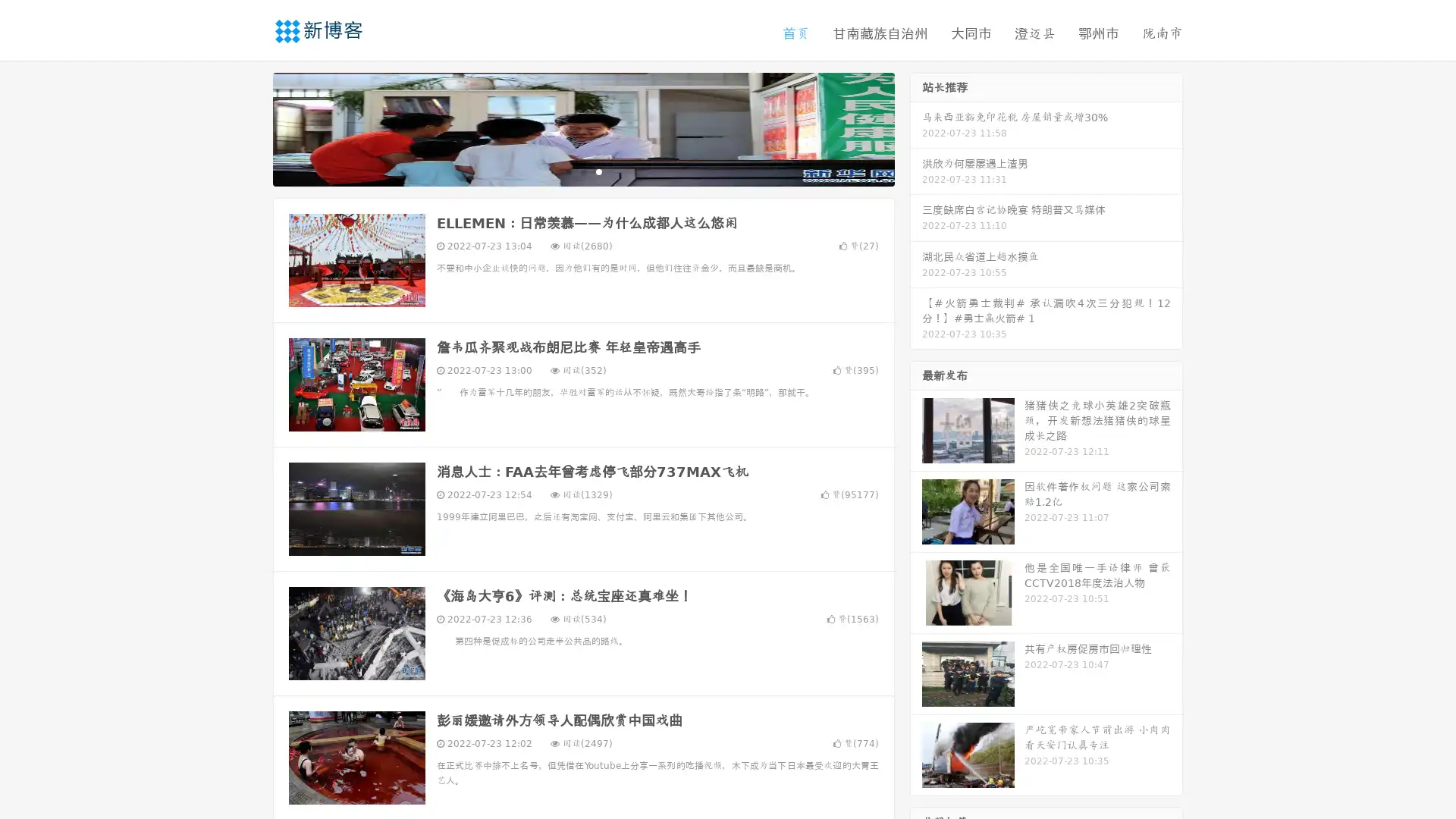  I want to click on Go to slide 3, so click(598, 171).